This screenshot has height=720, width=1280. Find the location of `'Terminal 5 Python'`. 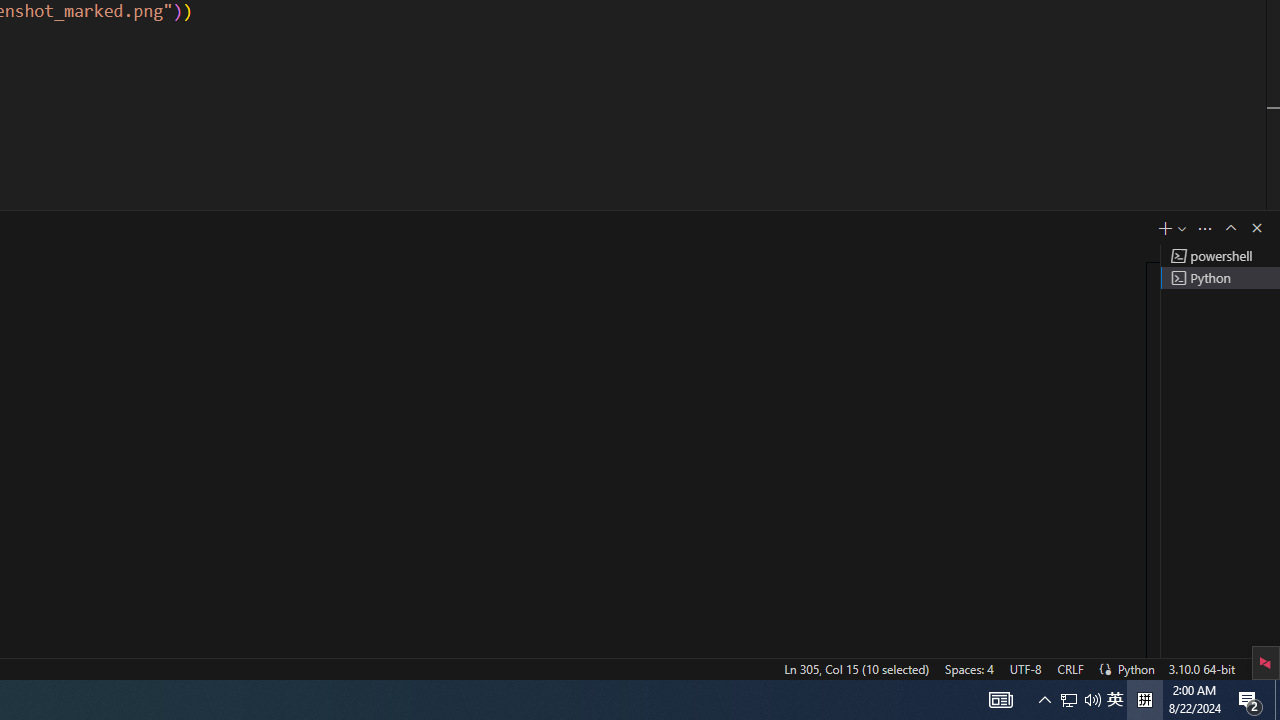

'Terminal 5 Python' is located at coordinates (1219, 277).